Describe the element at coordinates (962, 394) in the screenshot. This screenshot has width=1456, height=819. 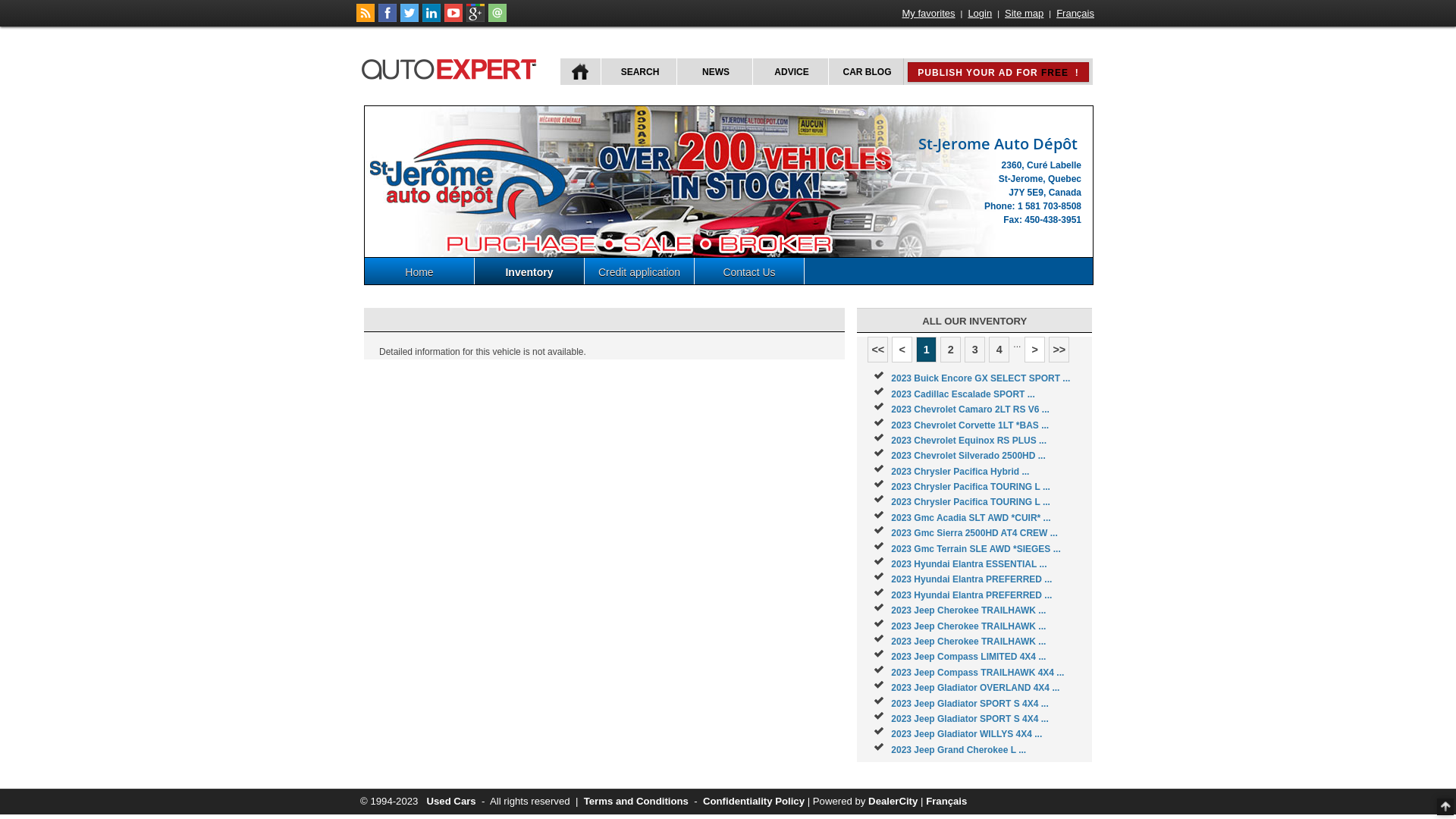
I see `'2023 Cadillac Escalade SPORT ...'` at that location.